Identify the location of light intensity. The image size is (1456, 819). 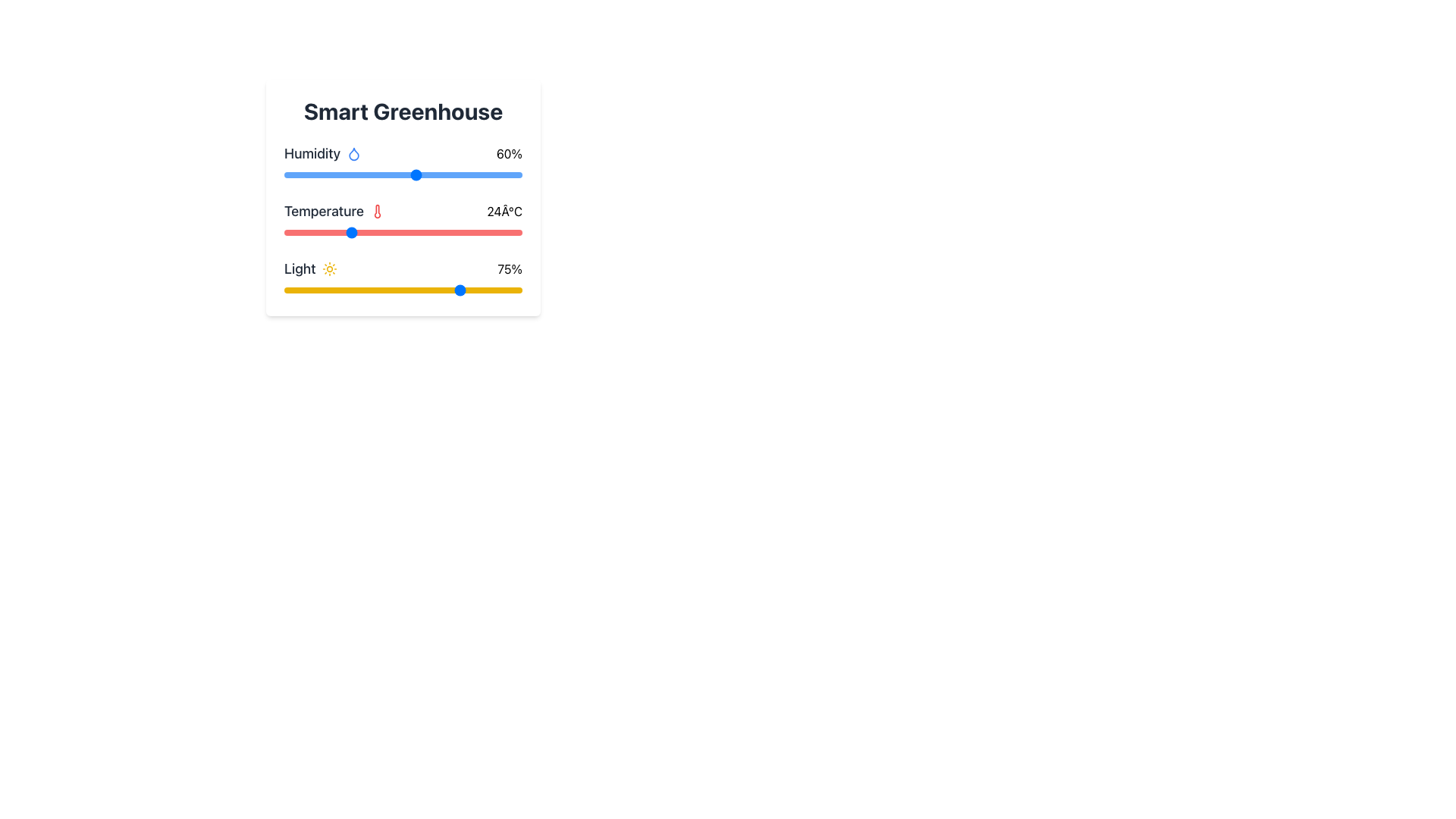
(513, 290).